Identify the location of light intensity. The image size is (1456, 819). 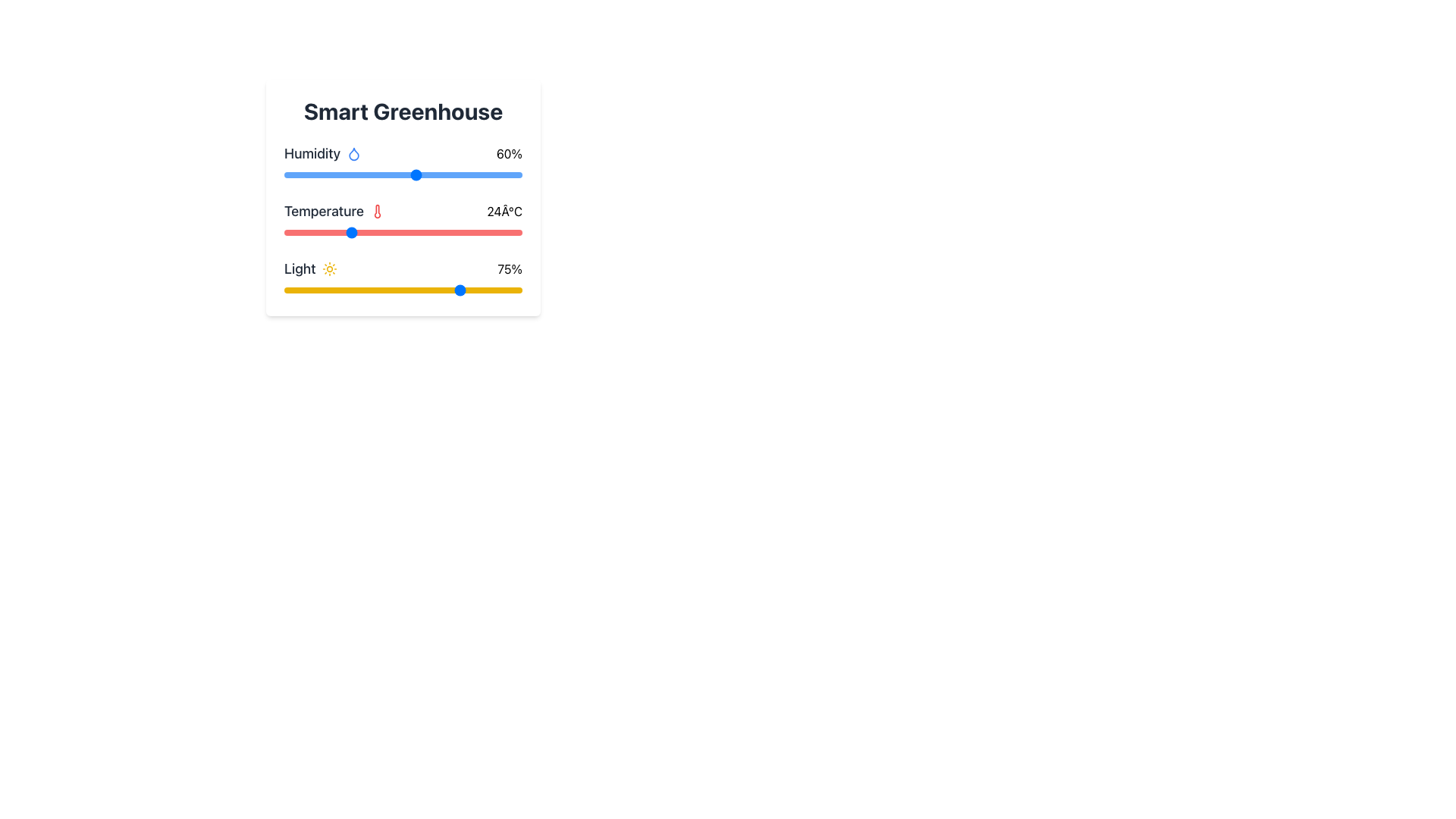
(513, 290).